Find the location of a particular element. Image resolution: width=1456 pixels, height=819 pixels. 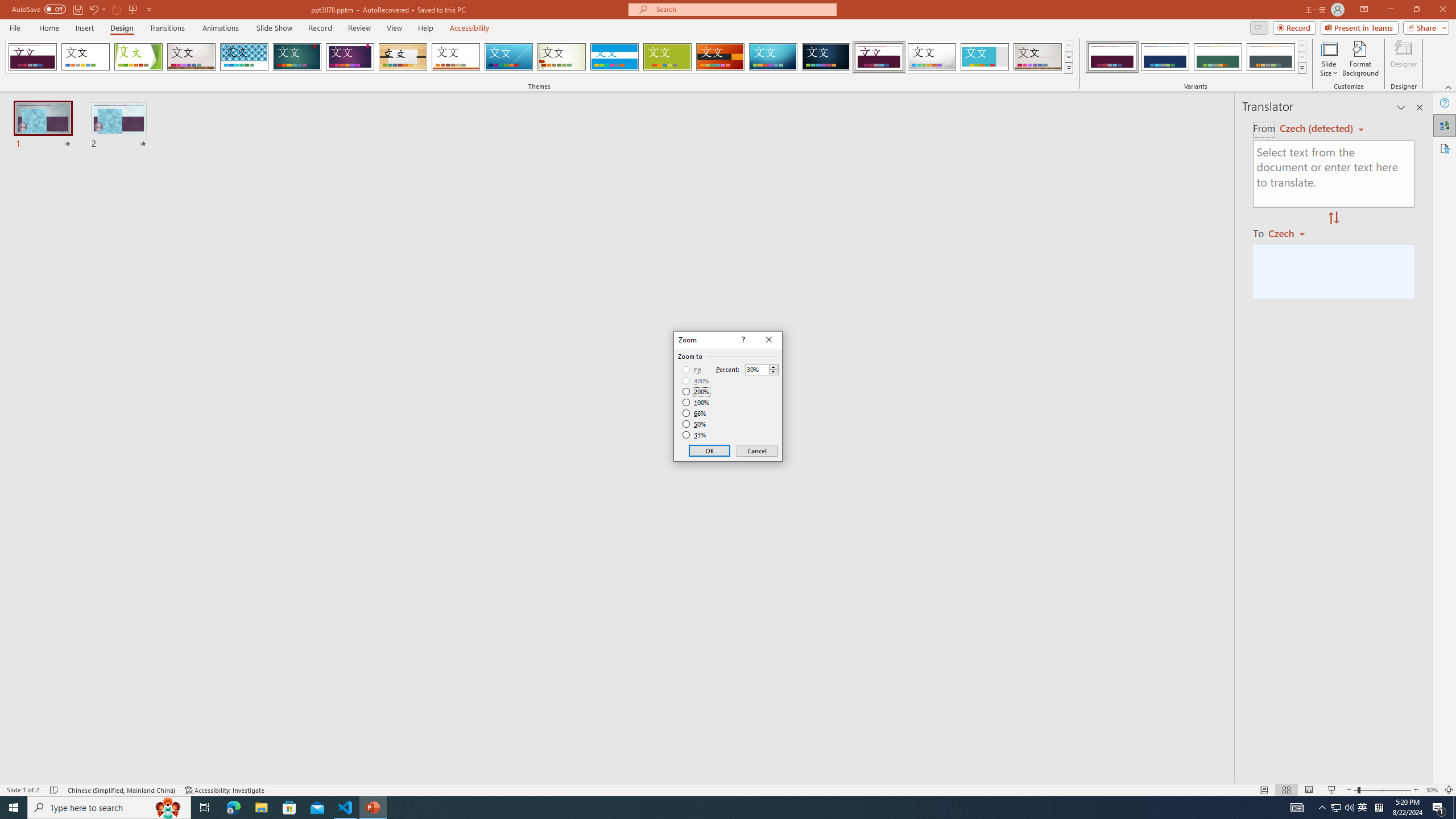

'Percent' is located at coordinates (762, 369).